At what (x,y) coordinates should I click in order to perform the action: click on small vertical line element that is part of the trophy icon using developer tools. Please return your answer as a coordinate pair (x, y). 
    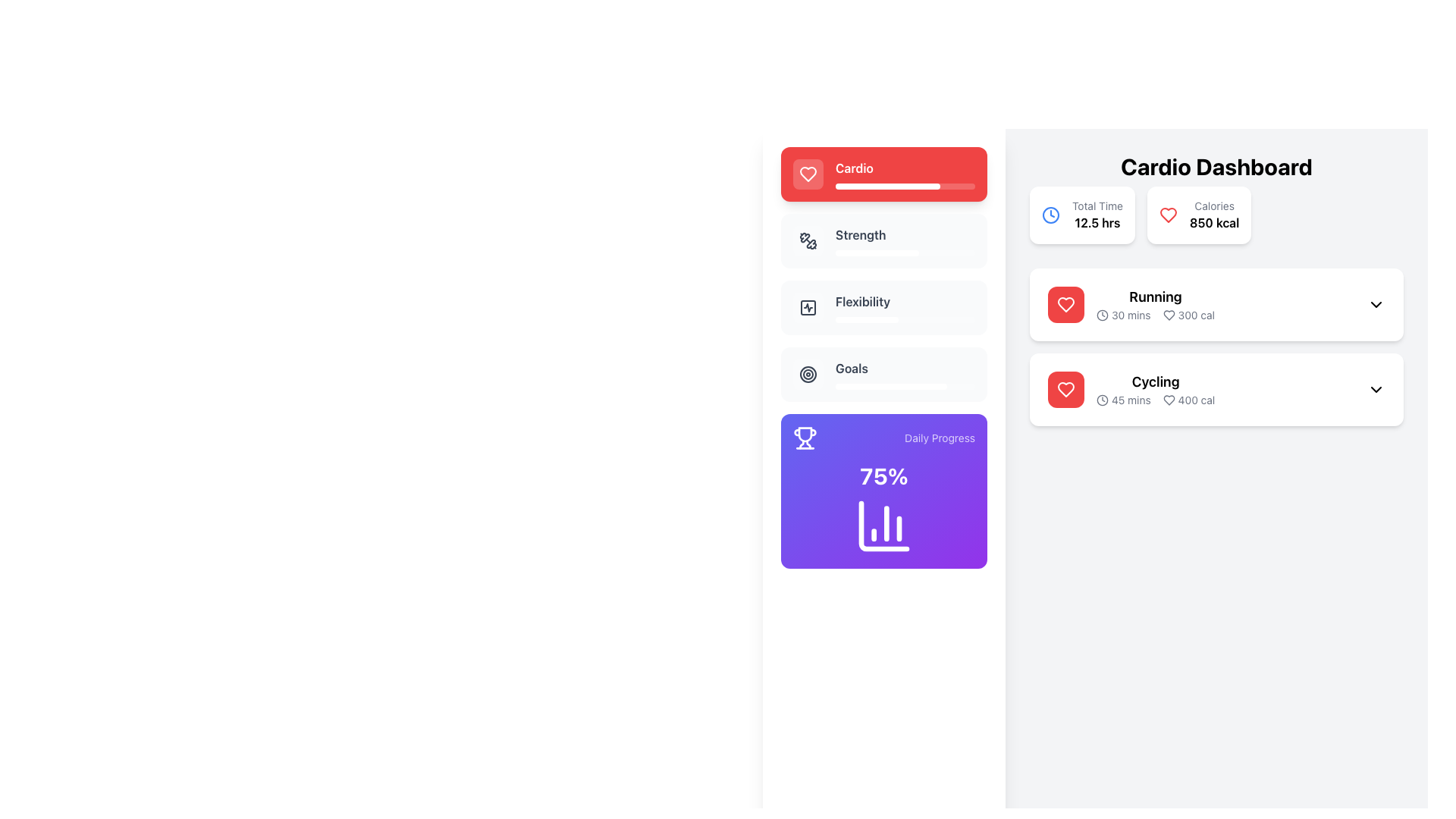
    Looking at the image, I should click on (800, 444).